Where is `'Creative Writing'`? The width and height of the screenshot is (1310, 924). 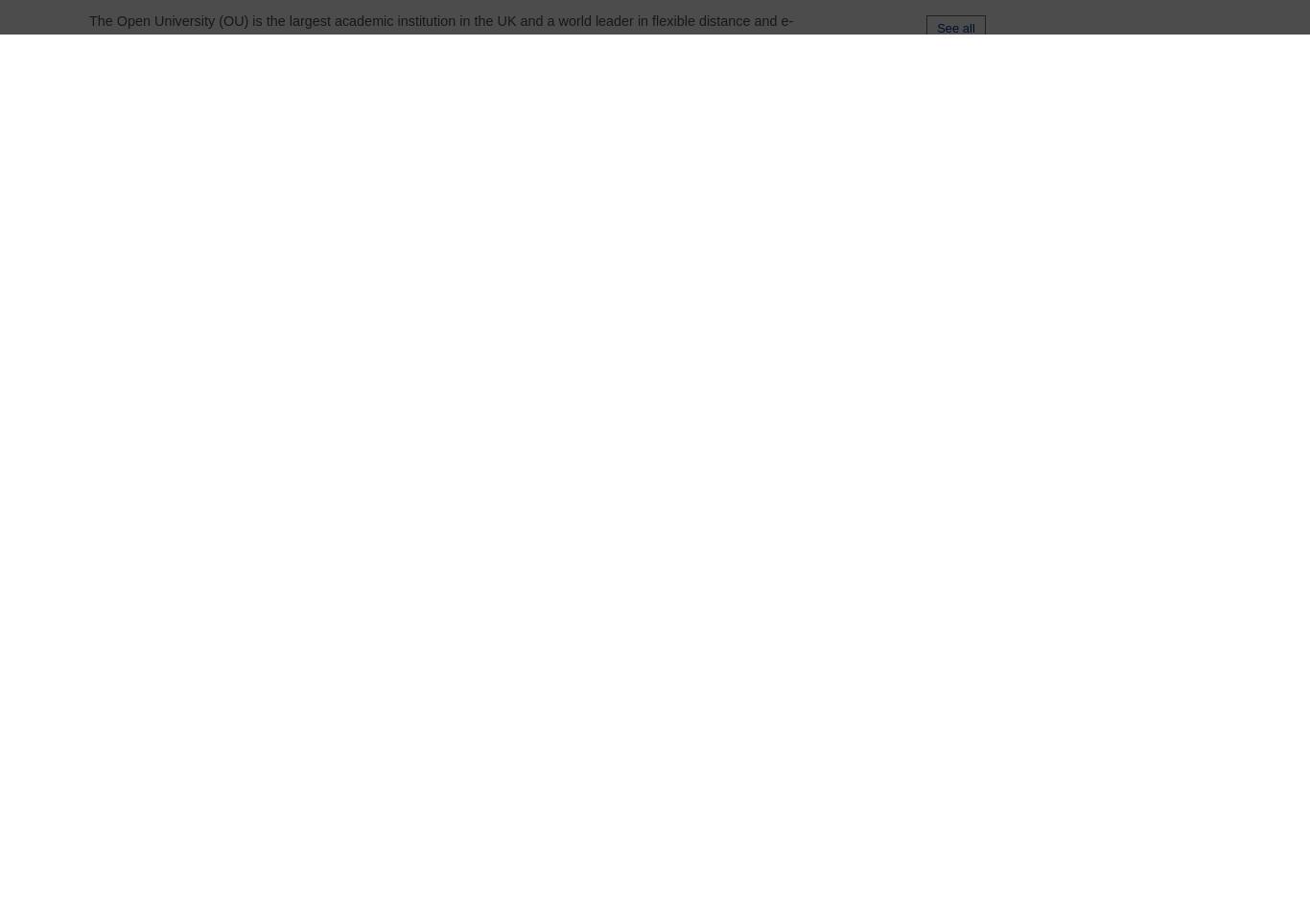
'Creative Writing' is located at coordinates (330, 637).